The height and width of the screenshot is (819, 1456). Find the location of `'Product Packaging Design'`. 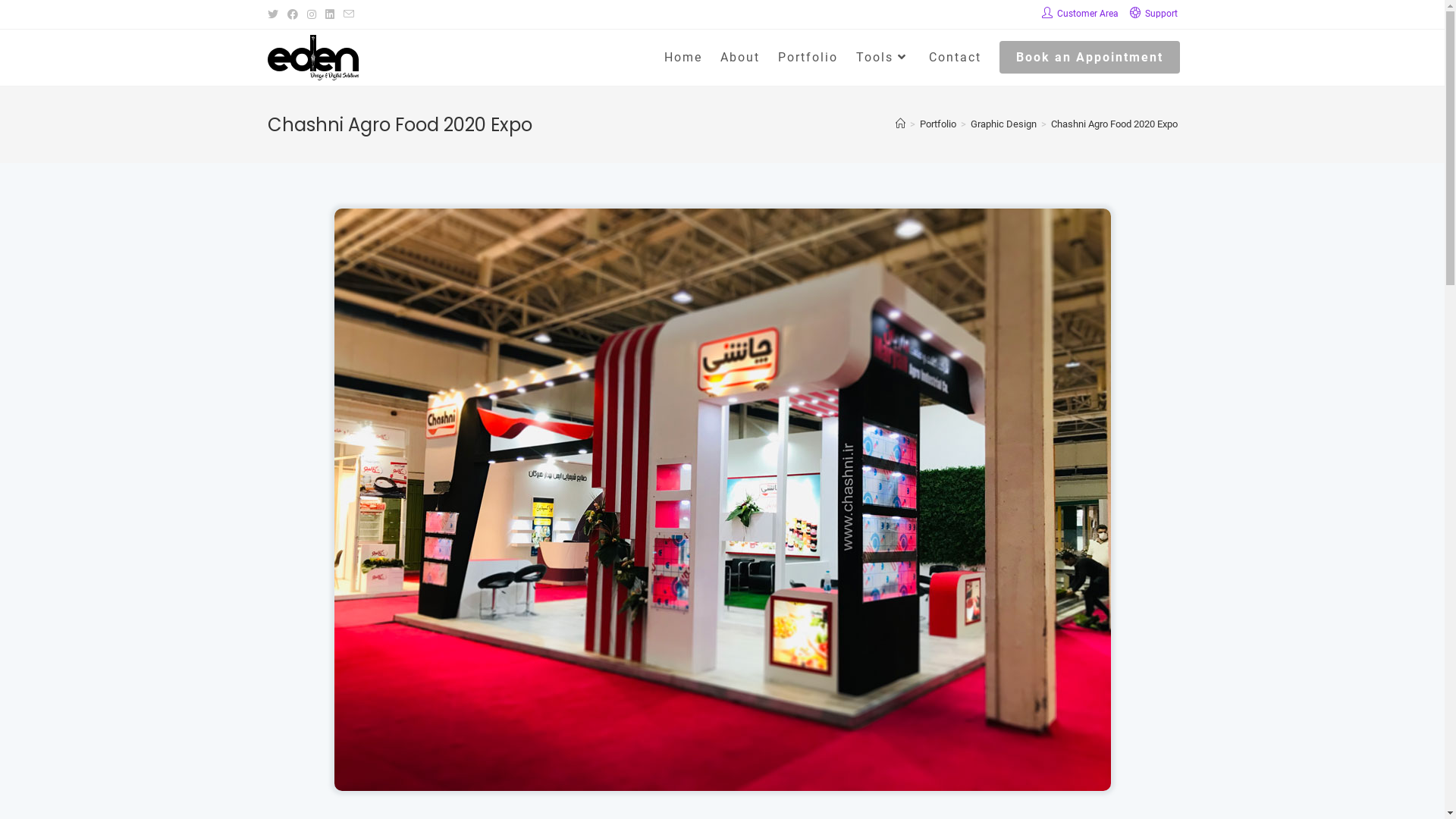

'Product Packaging Design' is located at coordinates (608, 610).